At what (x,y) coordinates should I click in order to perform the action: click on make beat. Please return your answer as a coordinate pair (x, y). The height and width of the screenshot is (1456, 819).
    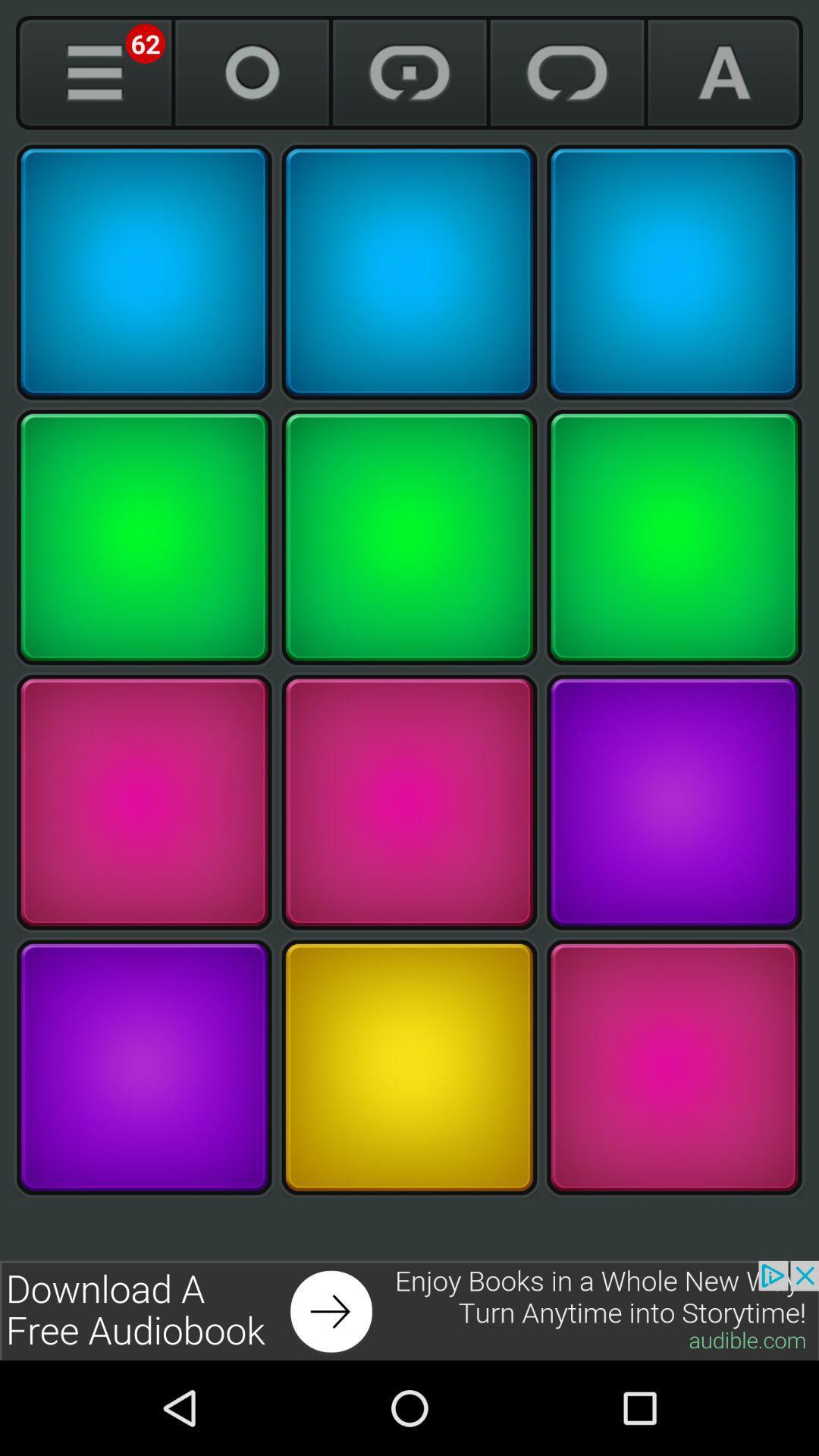
    Looking at the image, I should click on (673, 802).